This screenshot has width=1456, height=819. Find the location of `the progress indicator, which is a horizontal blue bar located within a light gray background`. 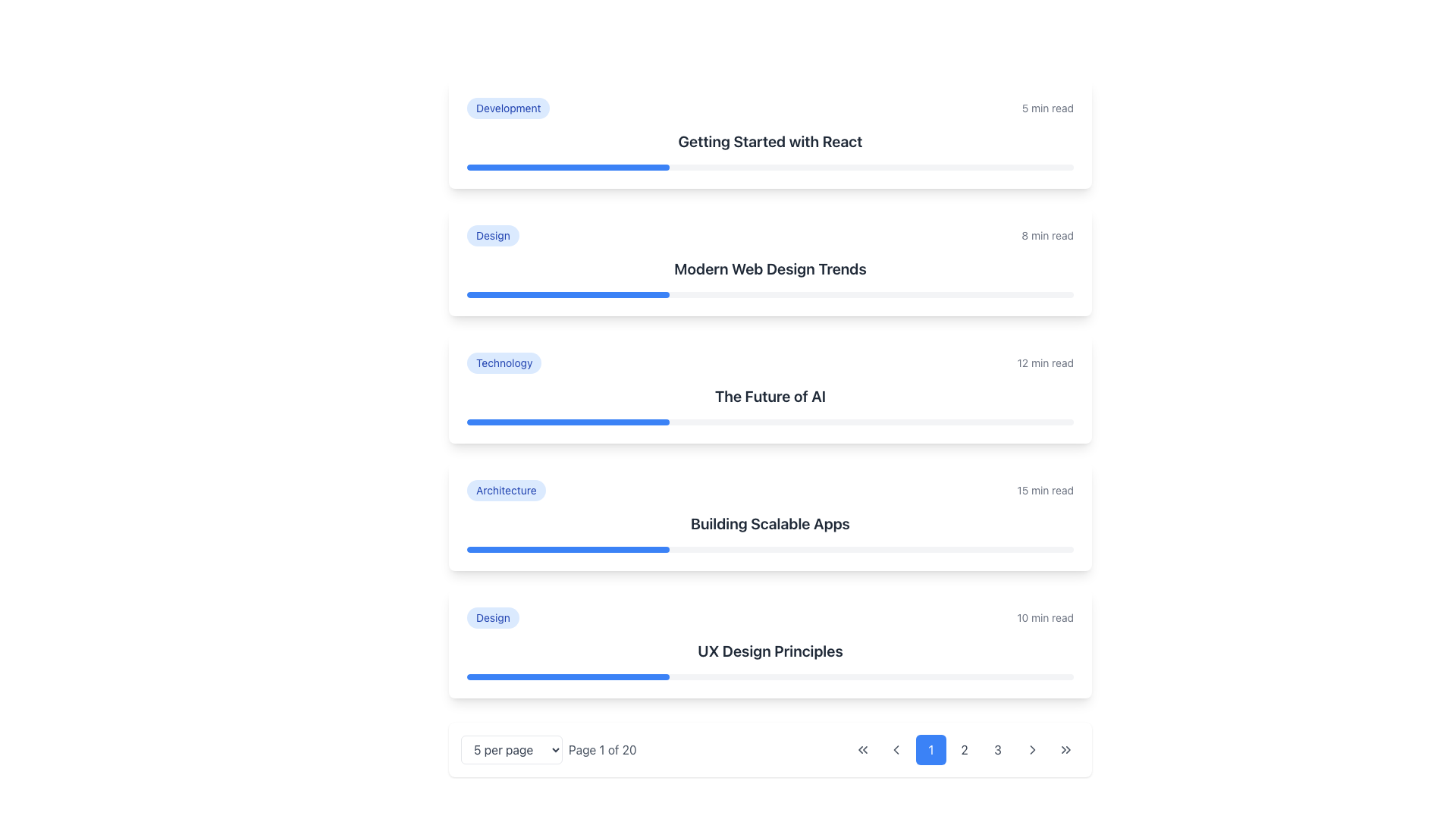

the progress indicator, which is a horizontal blue bar located within a light gray background is located at coordinates (567, 167).